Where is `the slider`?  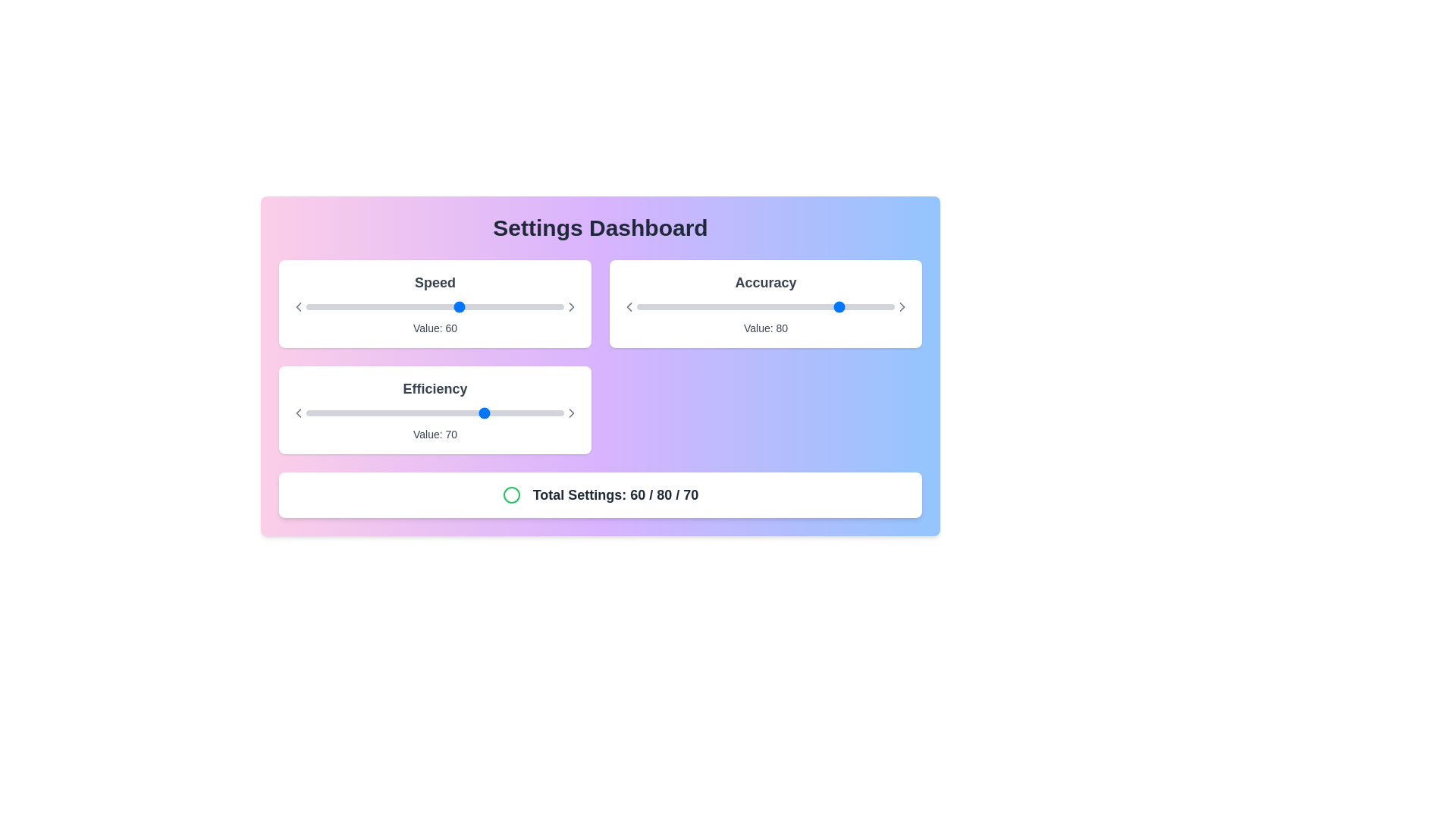 the slider is located at coordinates (341, 307).